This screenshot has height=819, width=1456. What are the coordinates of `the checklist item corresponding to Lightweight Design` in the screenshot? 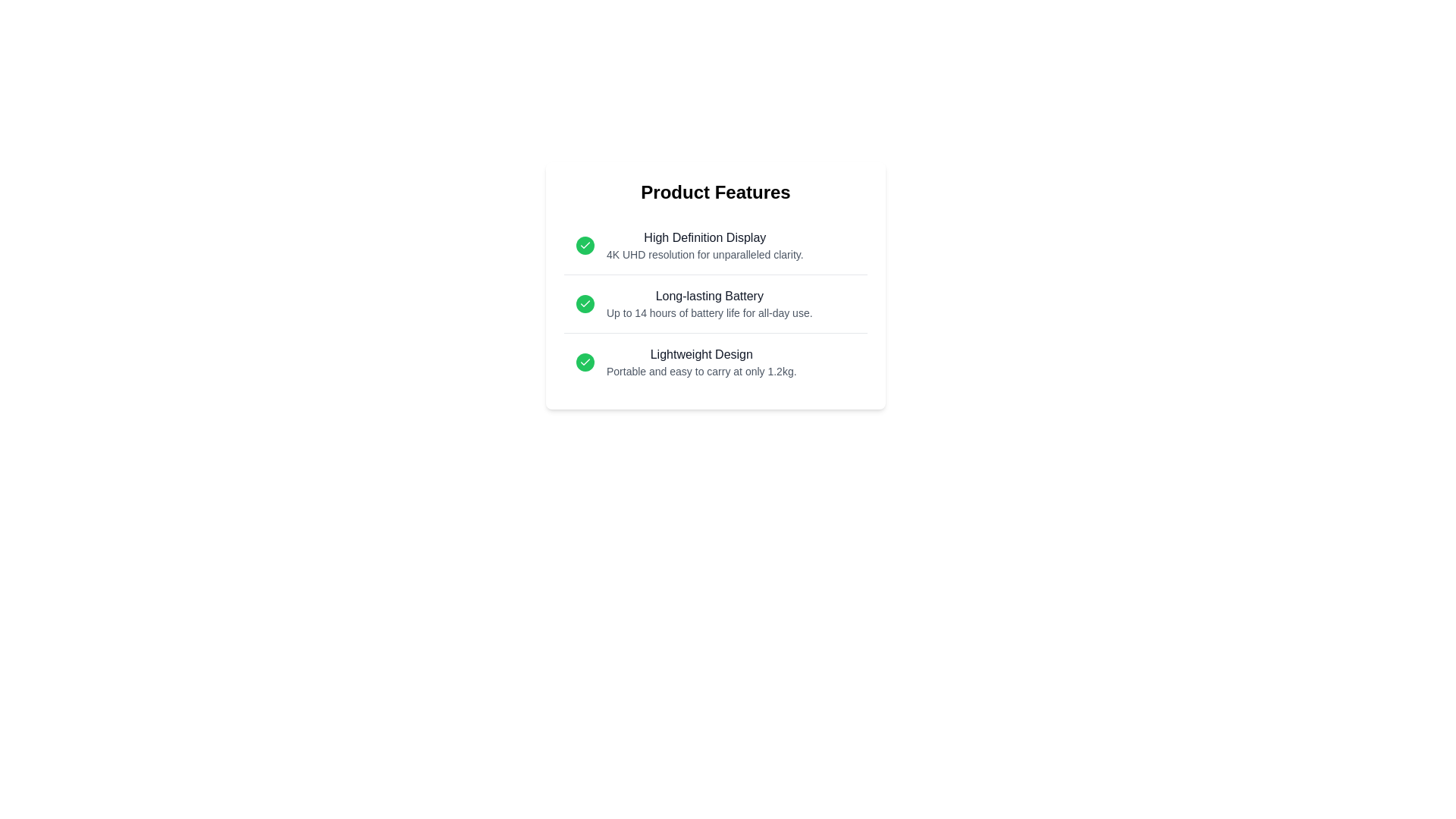 It's located at (715, 362).